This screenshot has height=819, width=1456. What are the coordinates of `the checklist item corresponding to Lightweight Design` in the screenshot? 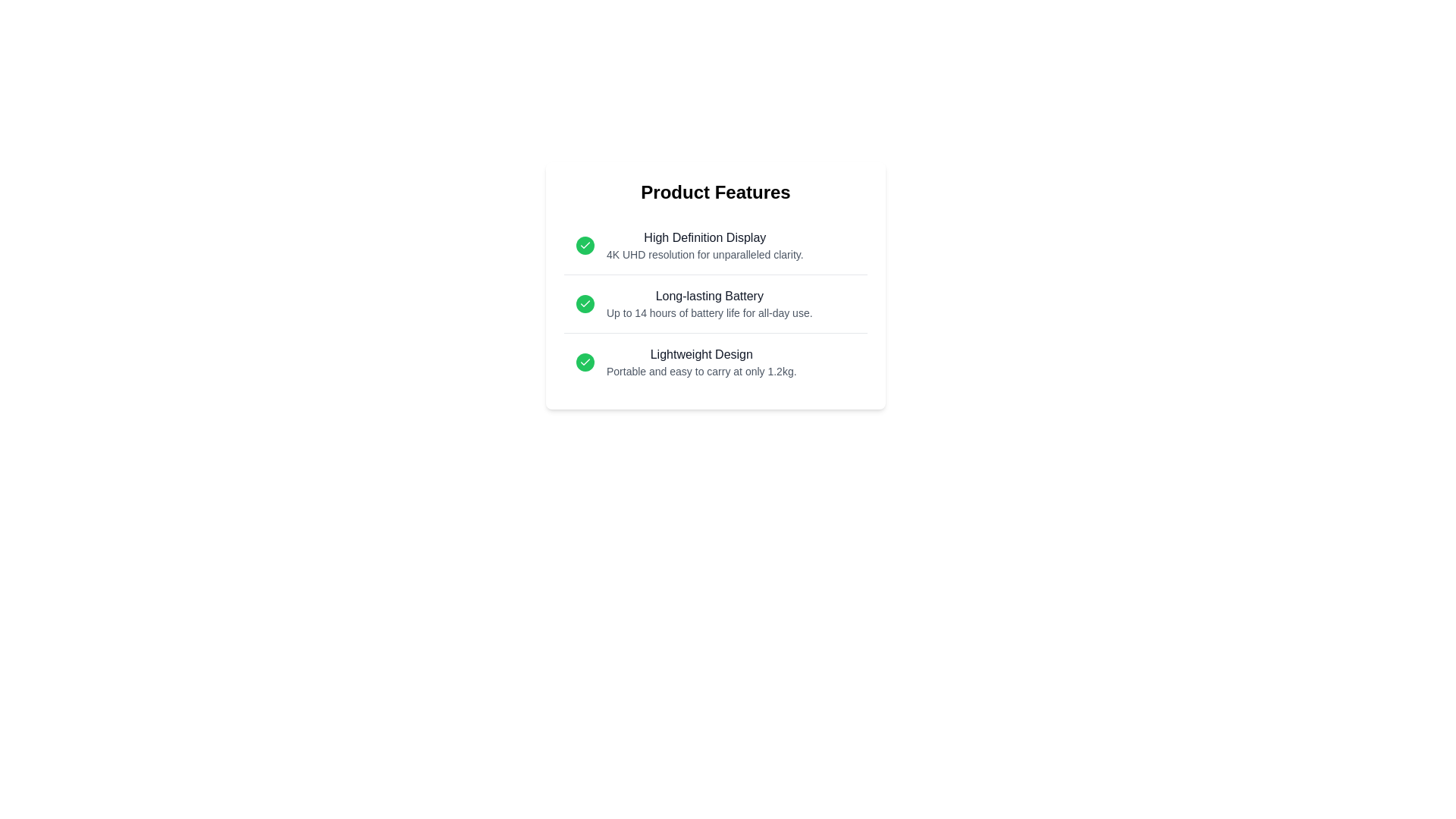 It's located at (715, 362).